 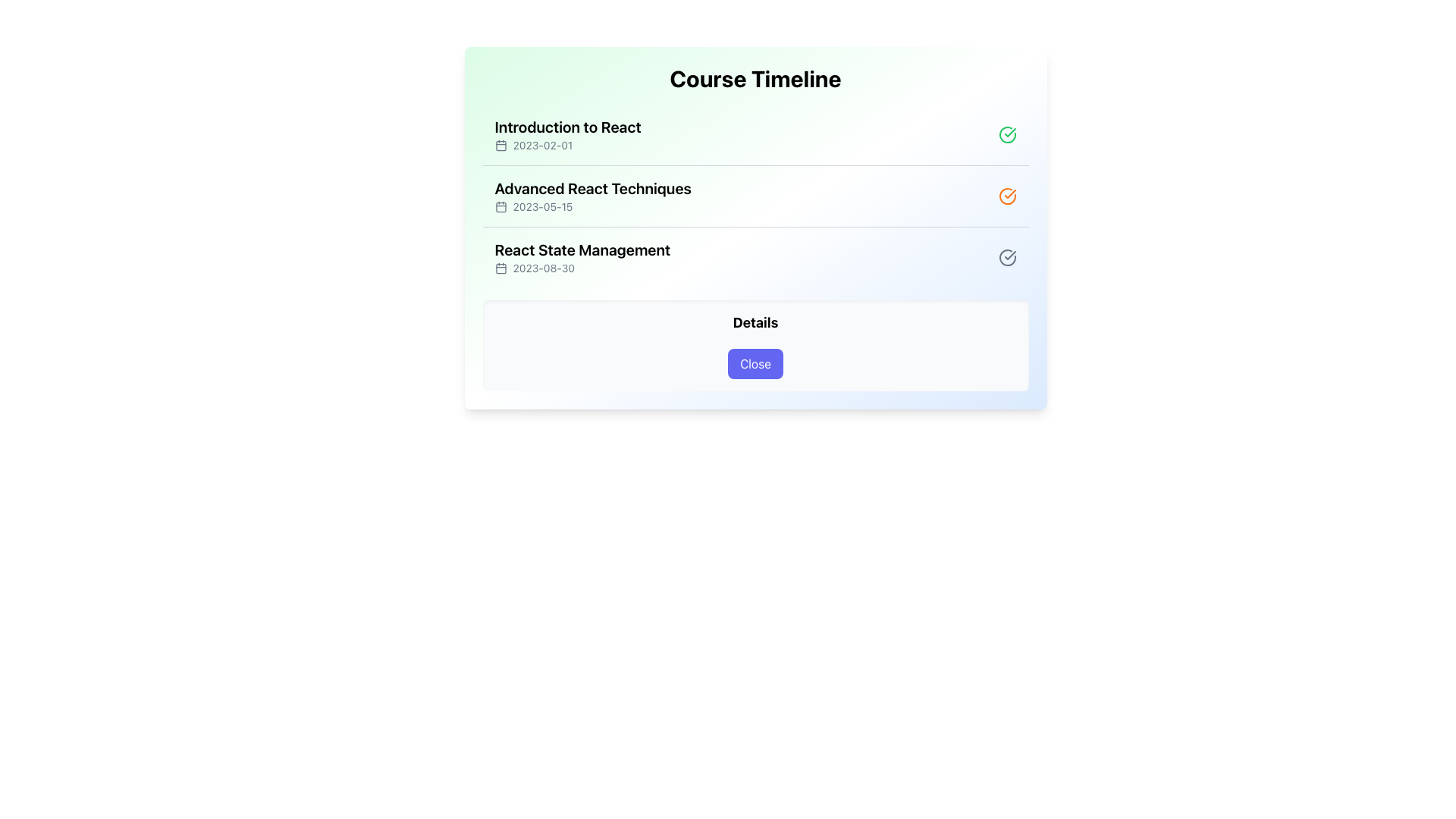 What do you see at coordinates (1007, 256) in the screenshot?
I see `the SVG icon with a circular outline and a check mark inside, located to the far right of the 'React State Management - 2023-08-30' course entry` at bounding box center [1007, 256].